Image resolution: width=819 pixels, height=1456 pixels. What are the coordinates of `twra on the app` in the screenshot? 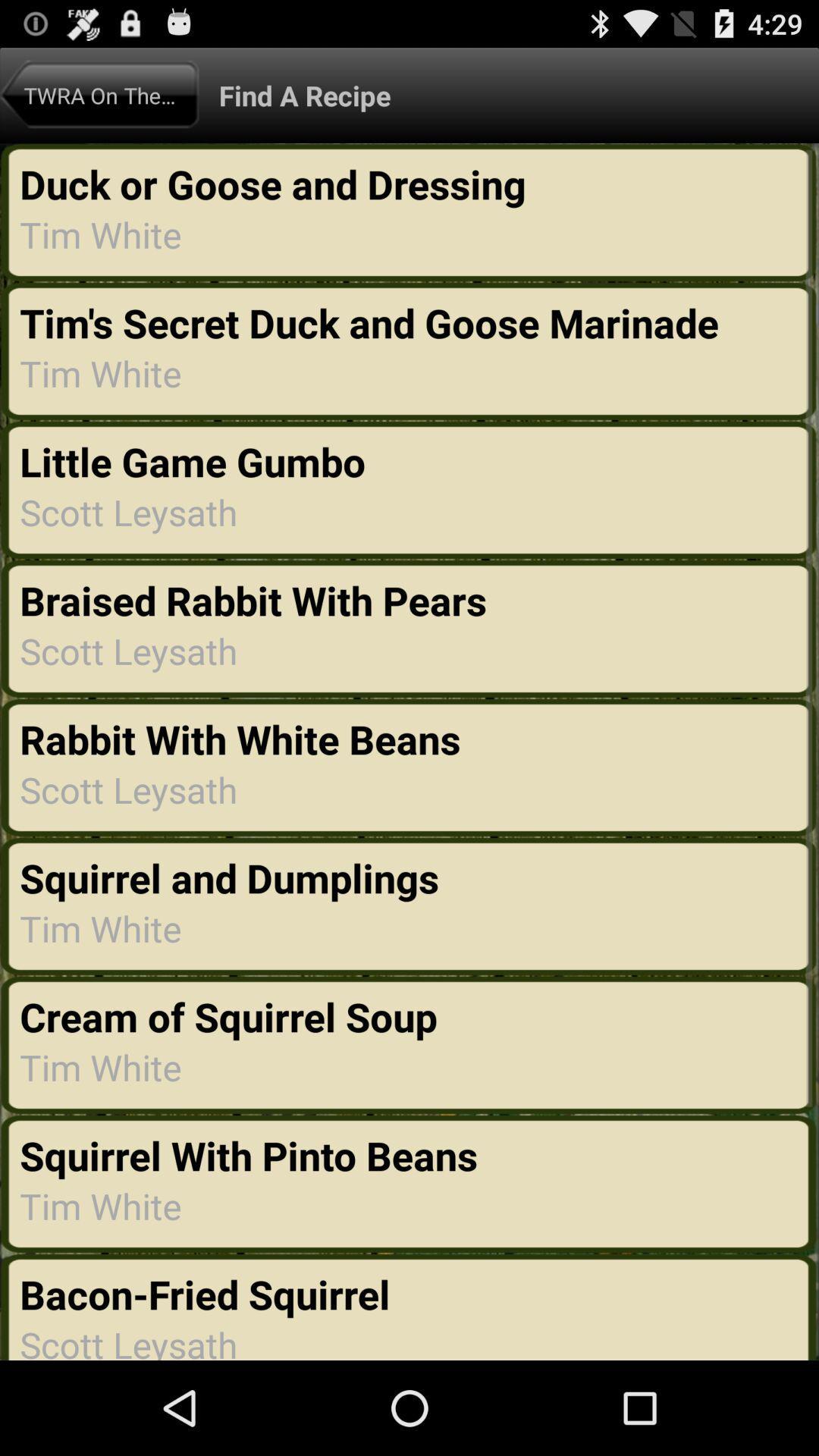 It's located at (99, 94).